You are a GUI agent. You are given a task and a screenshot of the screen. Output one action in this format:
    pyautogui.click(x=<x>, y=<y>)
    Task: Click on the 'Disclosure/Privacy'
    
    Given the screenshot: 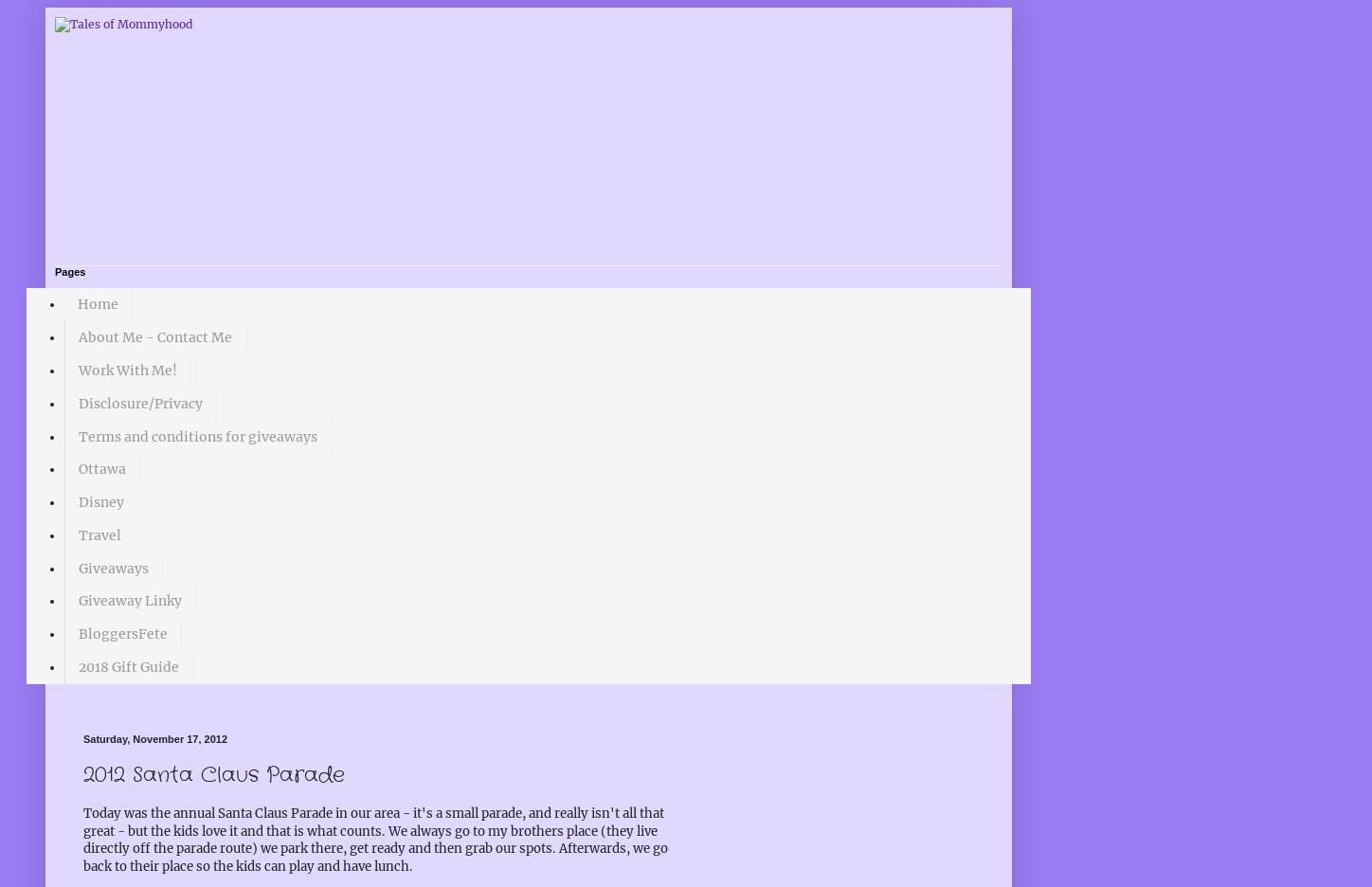 What is the action you would take?
    pyautogui.click(x=78, y=402)
    